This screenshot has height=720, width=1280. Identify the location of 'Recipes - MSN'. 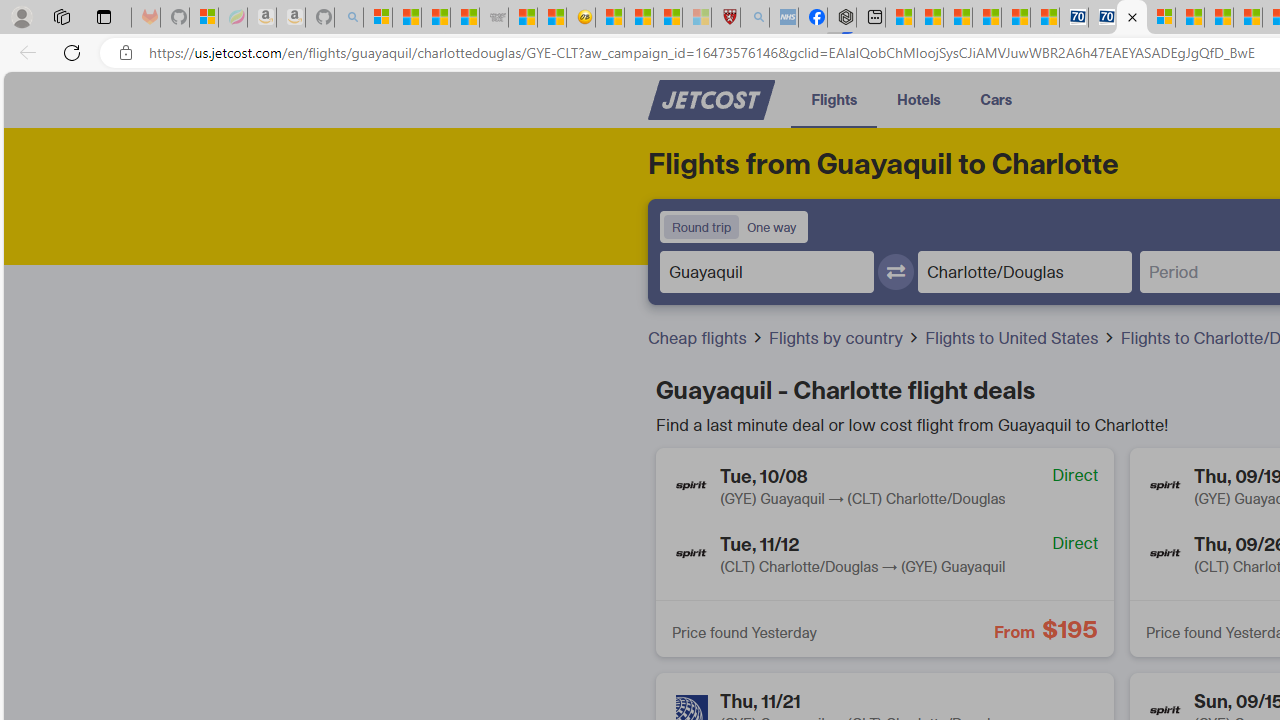
(609, 17).